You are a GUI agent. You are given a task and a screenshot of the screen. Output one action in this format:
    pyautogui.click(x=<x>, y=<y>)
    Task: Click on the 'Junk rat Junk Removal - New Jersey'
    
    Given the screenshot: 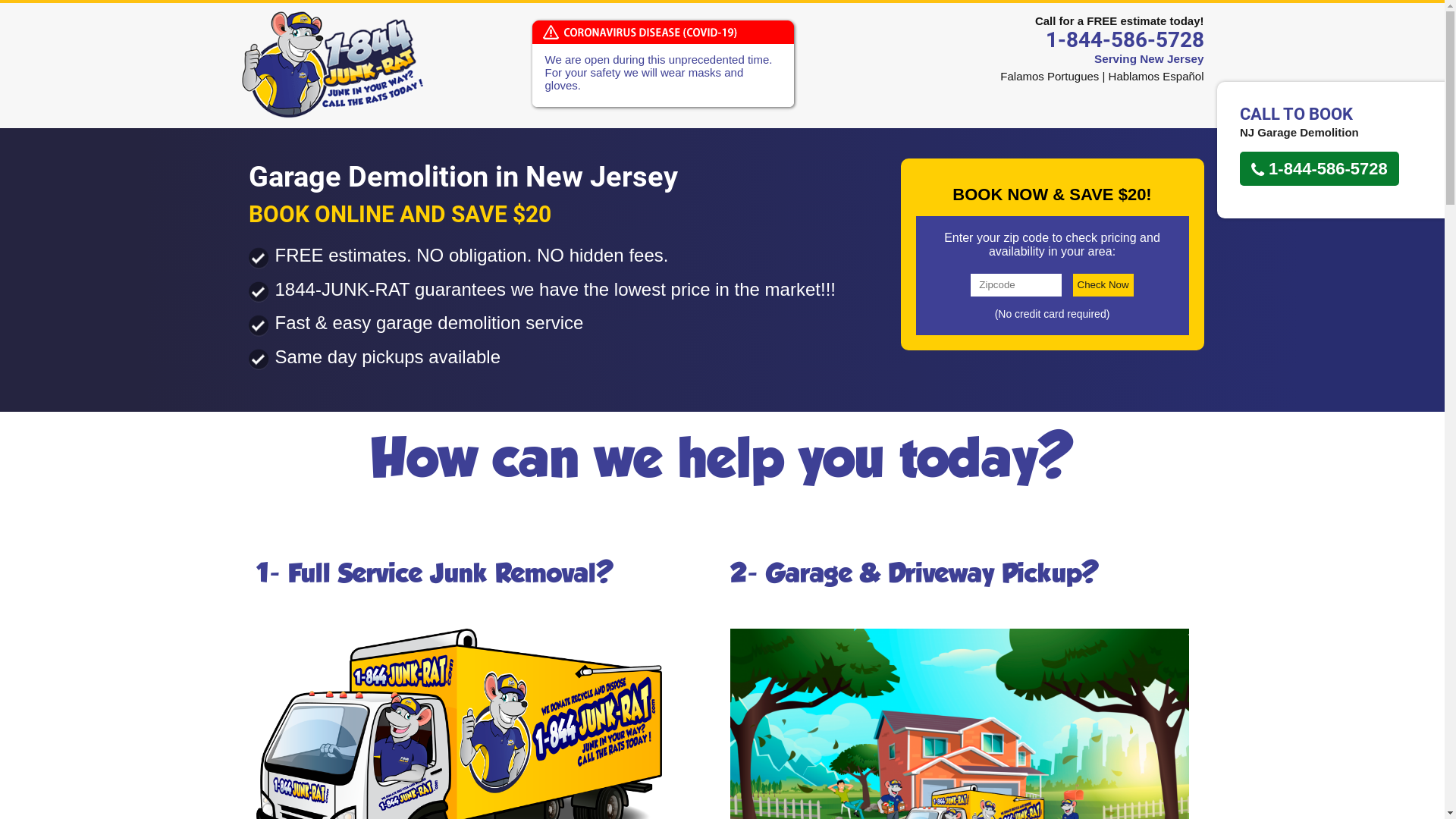 What is the action you would take?
    pyautogui.click(x=331, y=63)
    